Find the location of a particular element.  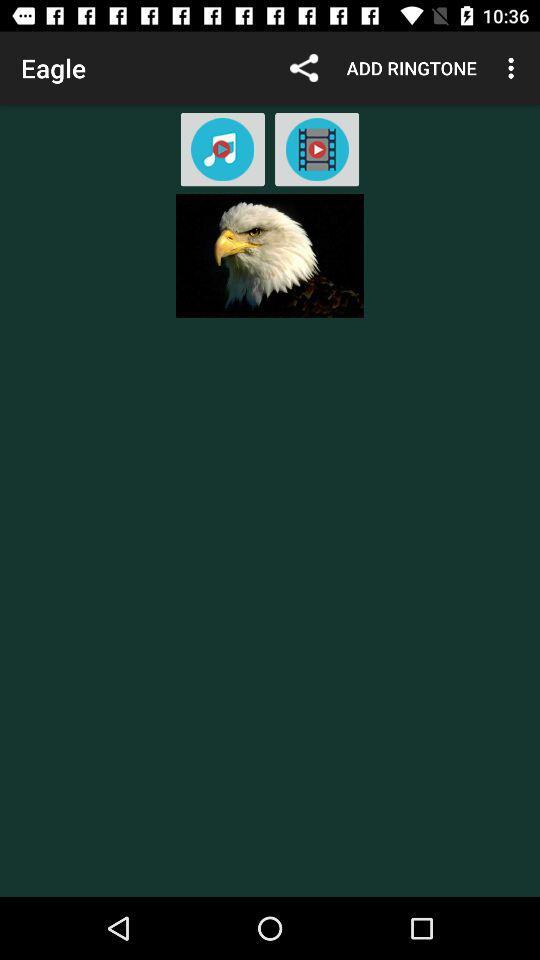

the item to the right of the add ringtone icon is located at coordinates (513, 68).